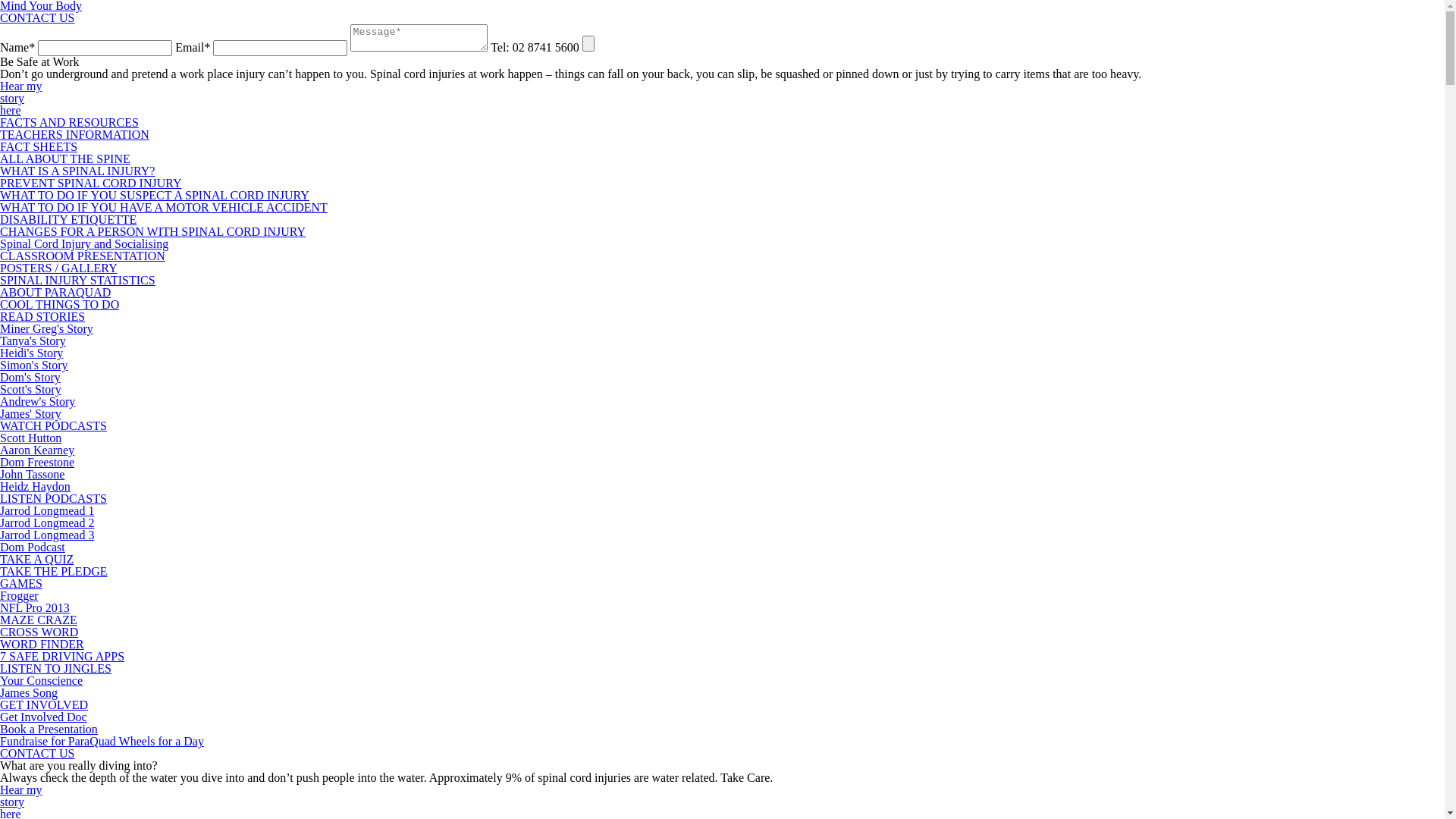 This screenshot has width=1456, height=819. Describe the element at coordinates (32, 473) in the screenshot. I see `'John Tassone'` at that location.